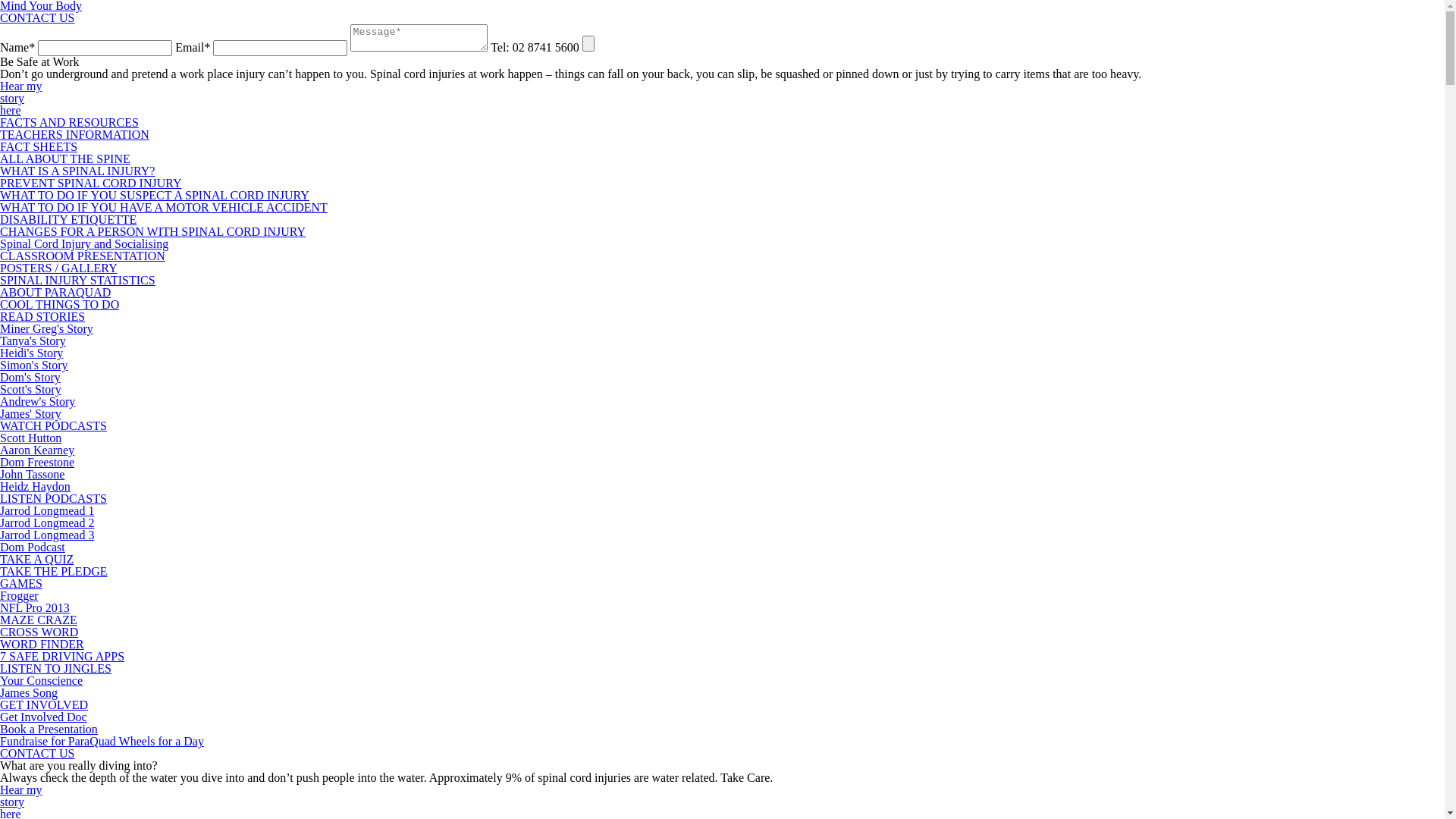 This screenshot has width=1456, height=819. Describe the element at coordinates (32, 473) in the screenshot. I see `'John Tassone'` at that location.